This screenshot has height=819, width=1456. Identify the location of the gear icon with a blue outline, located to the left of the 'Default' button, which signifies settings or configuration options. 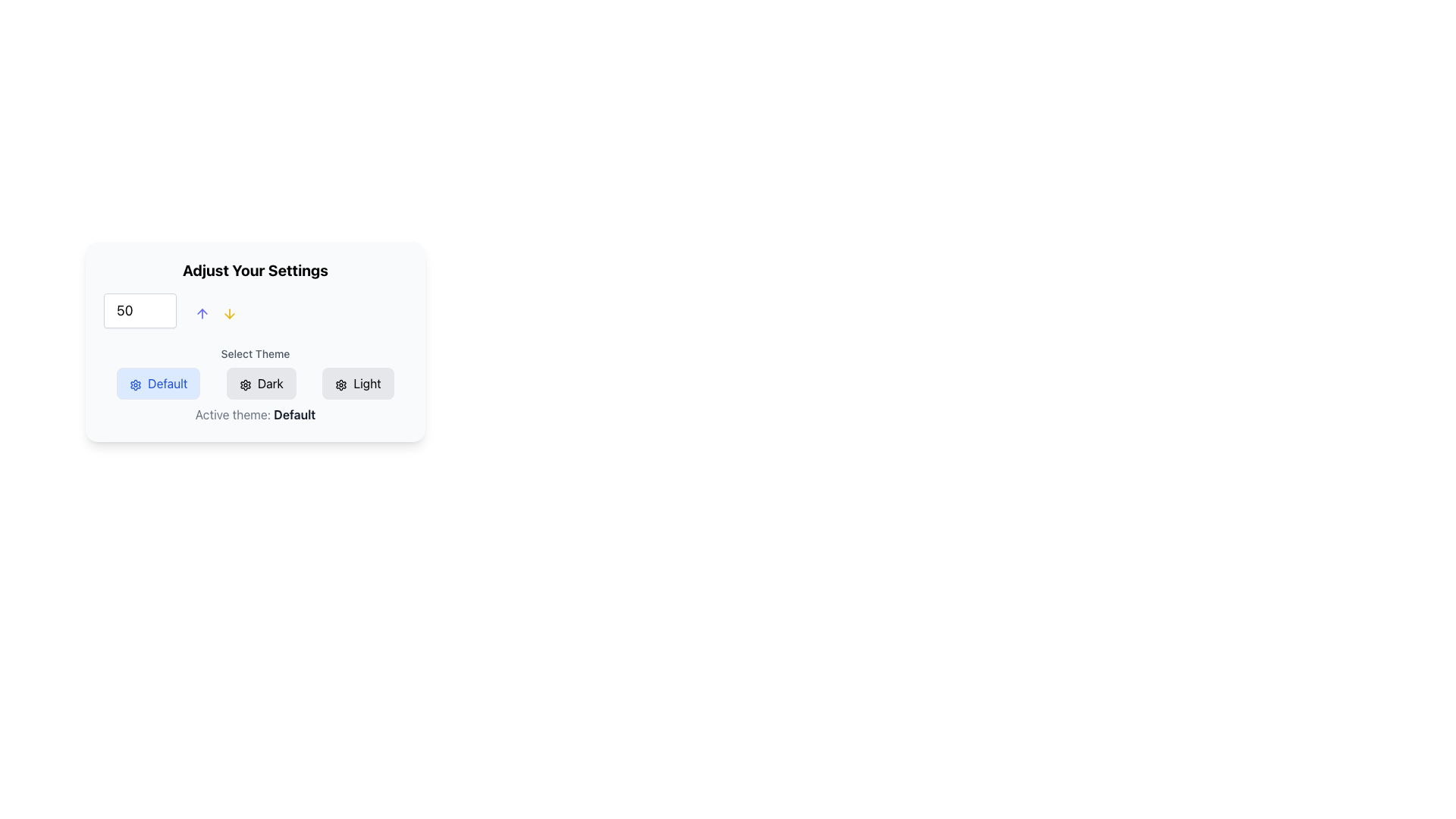
(136, 384).